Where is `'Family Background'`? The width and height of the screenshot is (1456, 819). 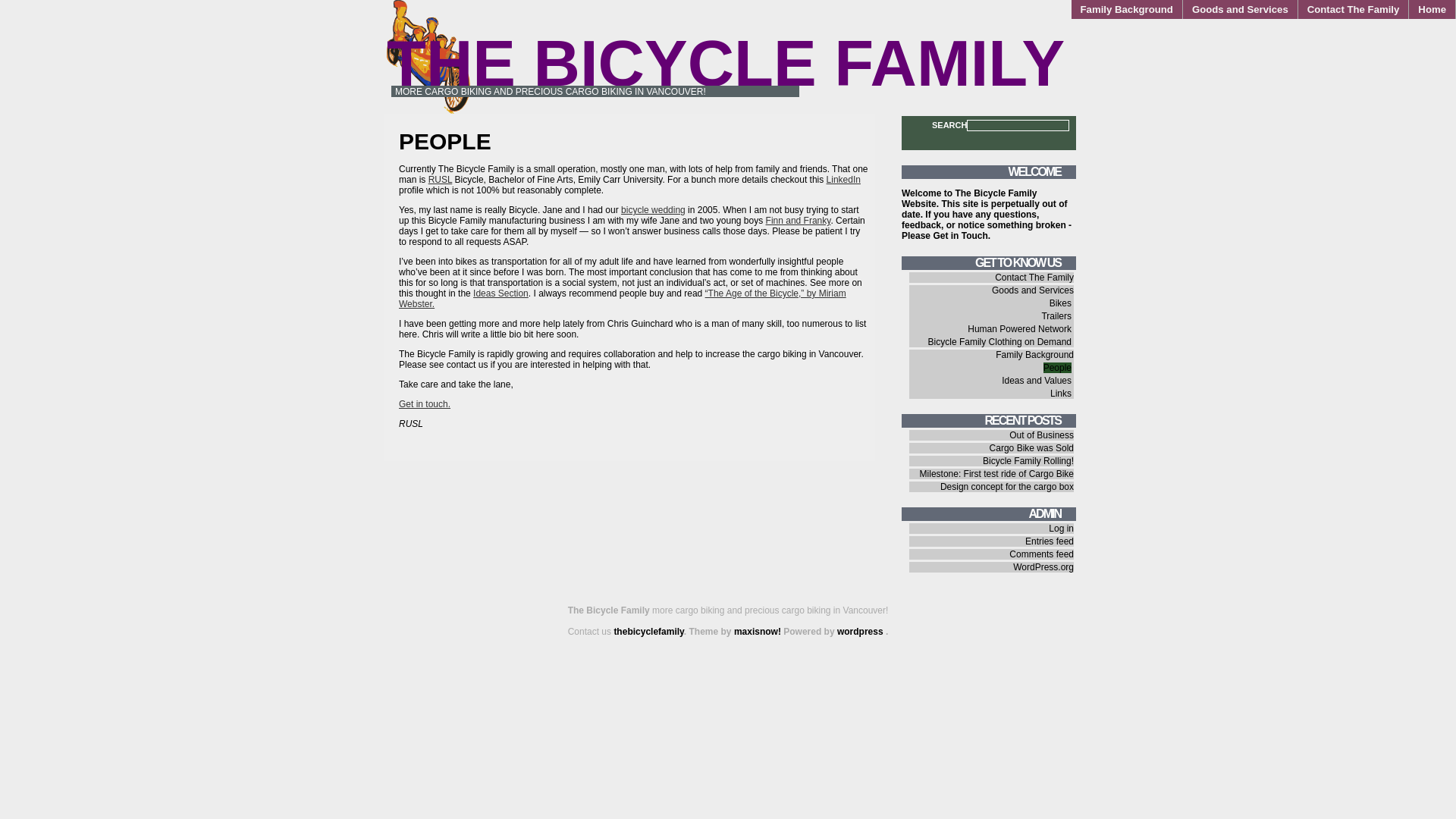 'Family Background' is located at coordinates (1127, 9).